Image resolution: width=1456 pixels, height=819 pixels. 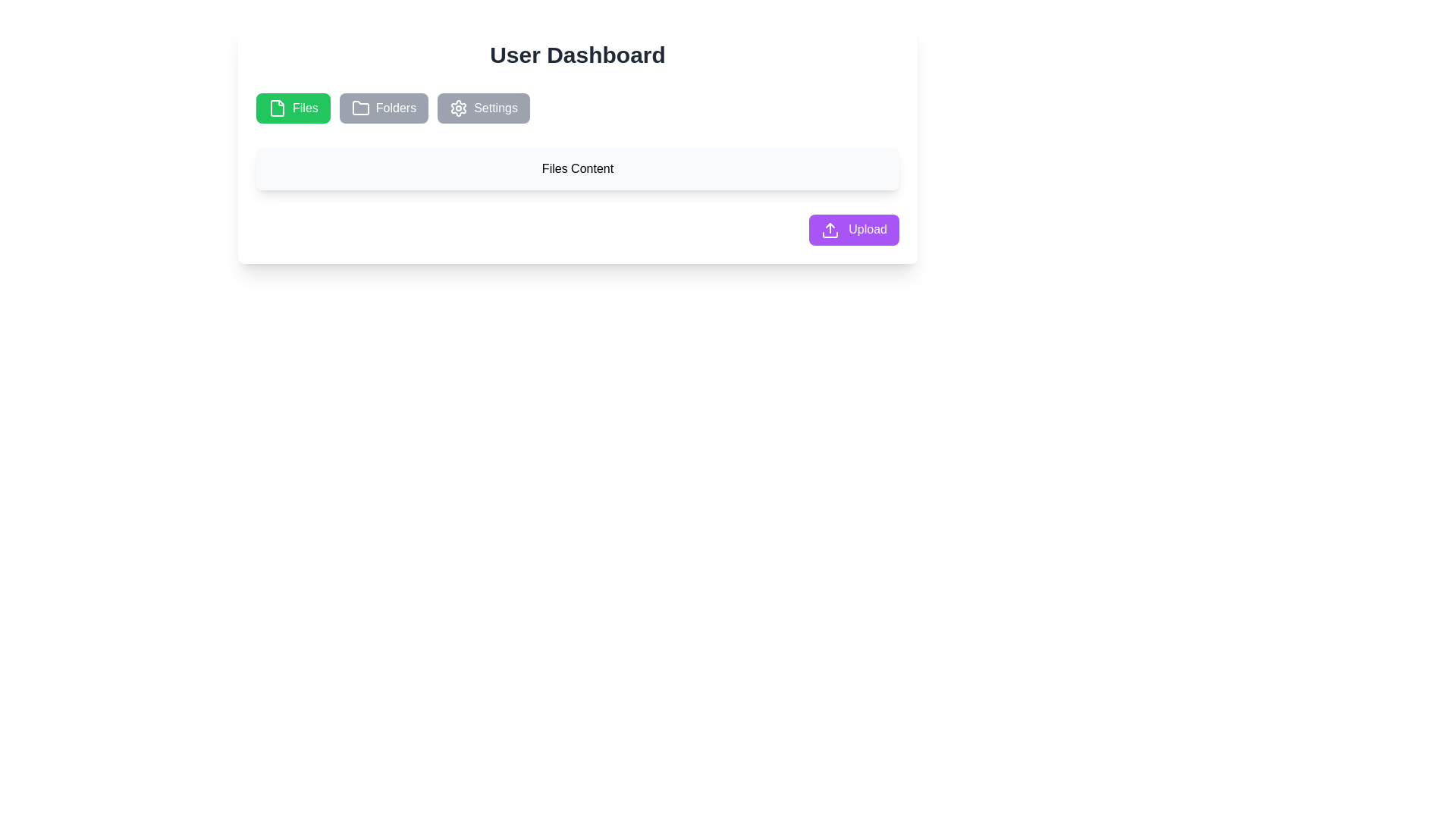 What do you see at coordinates (829, 230) in the screenshot?
I see `the upload icon located within the 'Upload' button at the bottom-right corner of the interface` at bounding box center [829, 230].